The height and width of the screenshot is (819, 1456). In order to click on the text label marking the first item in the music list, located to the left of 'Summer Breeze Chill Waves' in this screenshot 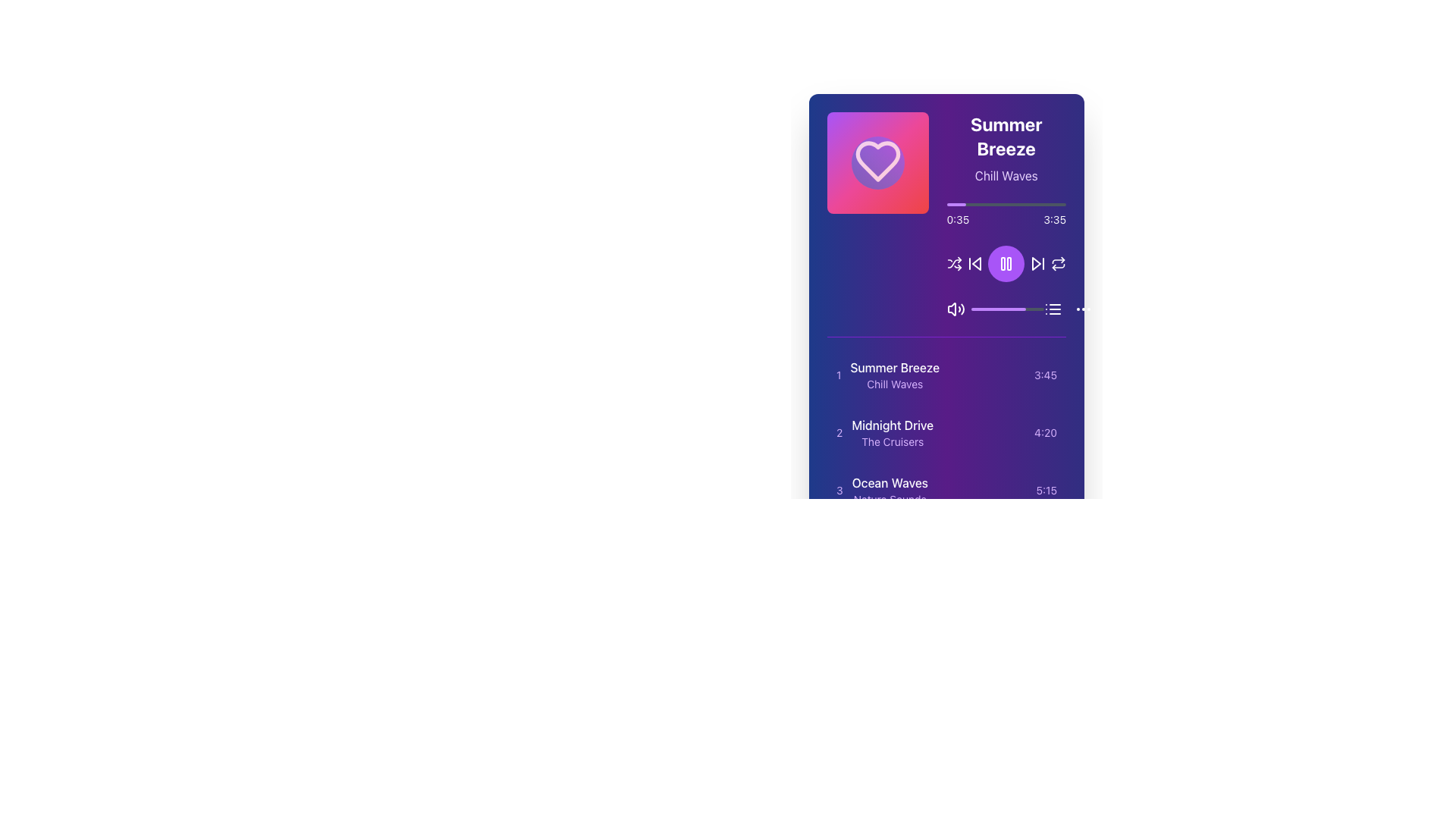, I will do `click(838, 375)`.